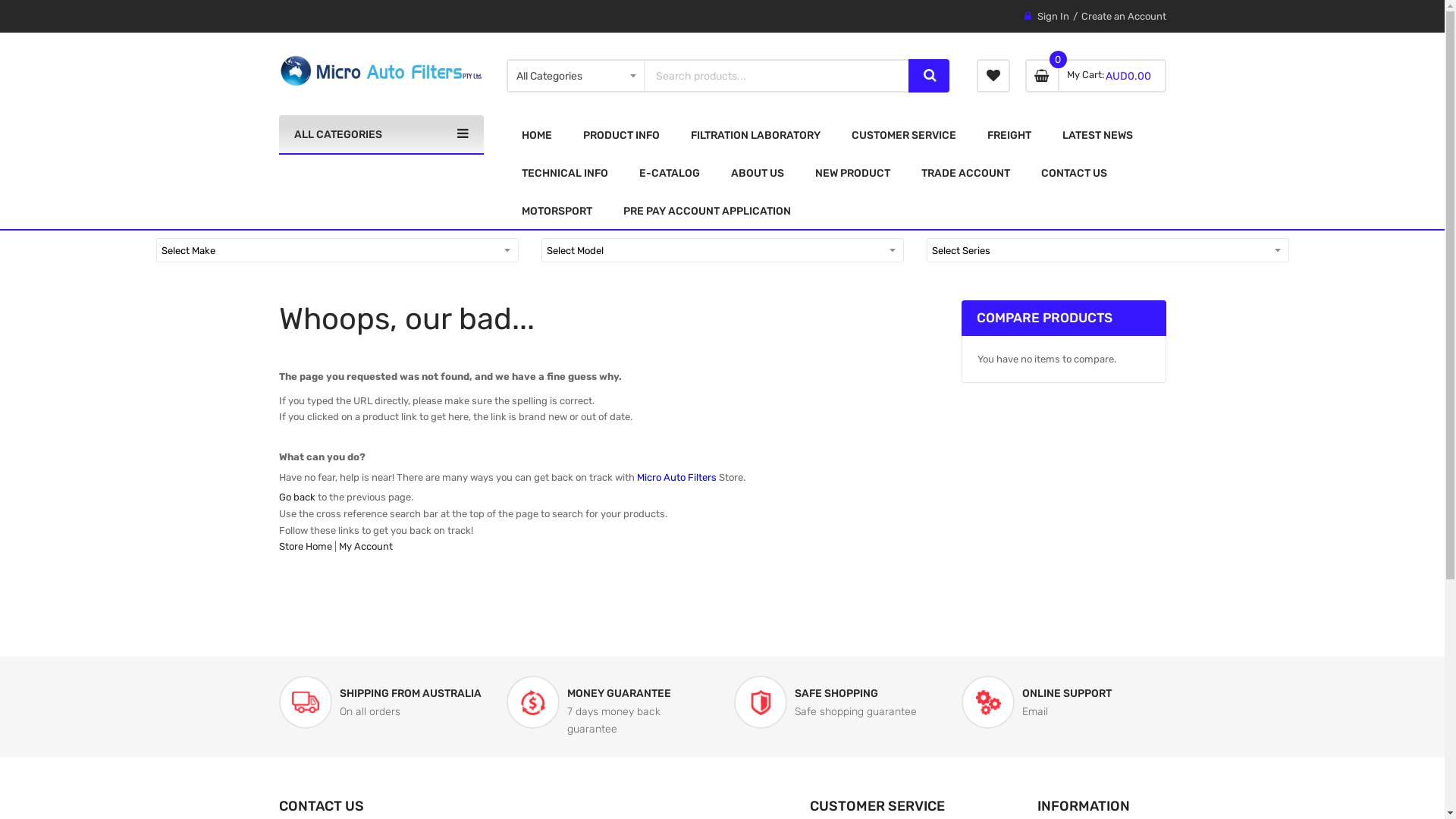 The height and width of the screenshot is (819, 1456). What do you see at coordinates (755, 133) in the screenshot?
I see `'FILTRATION LABORATORY'` at bounding box center [755, 133].